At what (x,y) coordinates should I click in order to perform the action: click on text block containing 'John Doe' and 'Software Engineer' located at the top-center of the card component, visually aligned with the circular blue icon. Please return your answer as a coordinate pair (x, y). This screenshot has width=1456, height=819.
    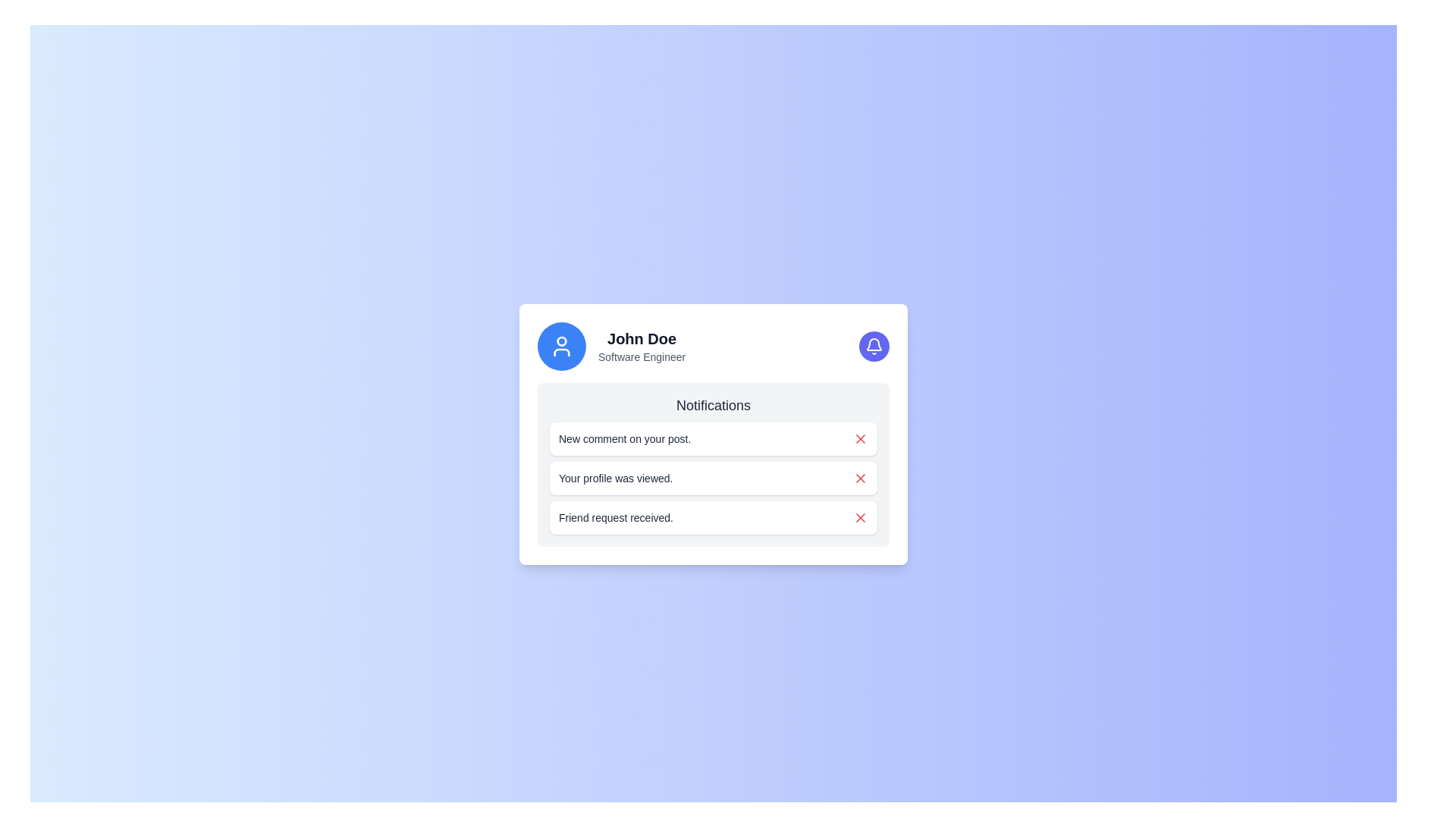
    Looking at the image, I should click on (642, 346).